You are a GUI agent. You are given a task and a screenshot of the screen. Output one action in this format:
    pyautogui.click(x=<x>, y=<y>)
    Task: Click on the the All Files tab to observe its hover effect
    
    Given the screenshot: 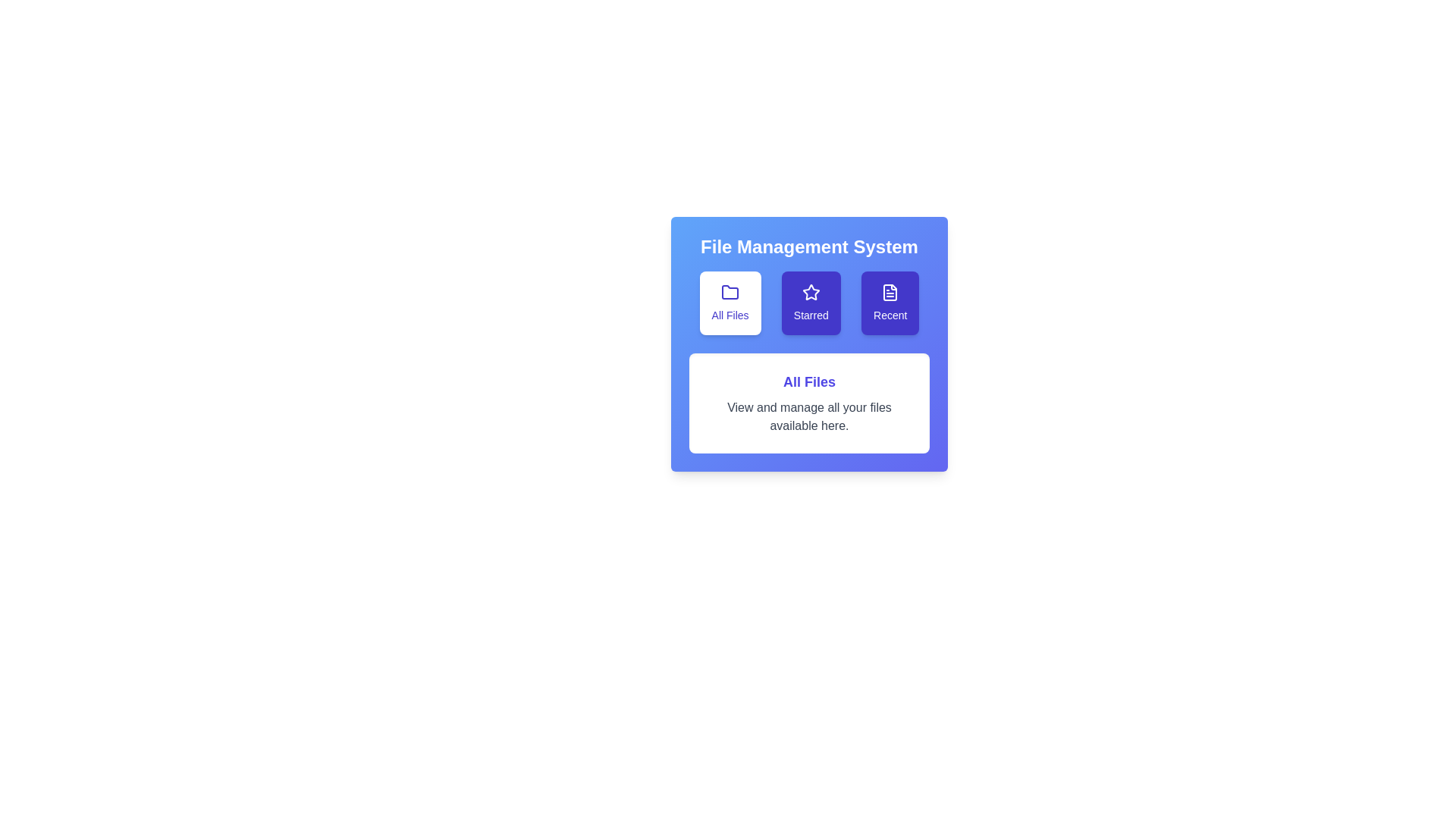 What is the action you would take?
    pyautogui.click(x=730, y=303)
    